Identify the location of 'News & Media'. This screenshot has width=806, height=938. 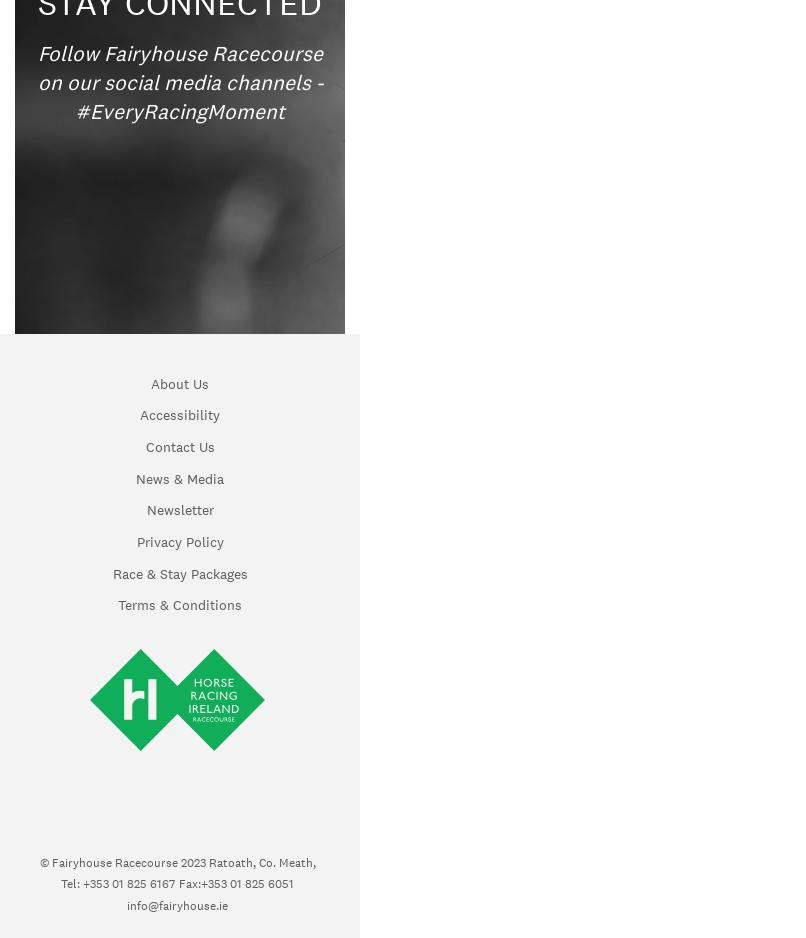
(179, 478).